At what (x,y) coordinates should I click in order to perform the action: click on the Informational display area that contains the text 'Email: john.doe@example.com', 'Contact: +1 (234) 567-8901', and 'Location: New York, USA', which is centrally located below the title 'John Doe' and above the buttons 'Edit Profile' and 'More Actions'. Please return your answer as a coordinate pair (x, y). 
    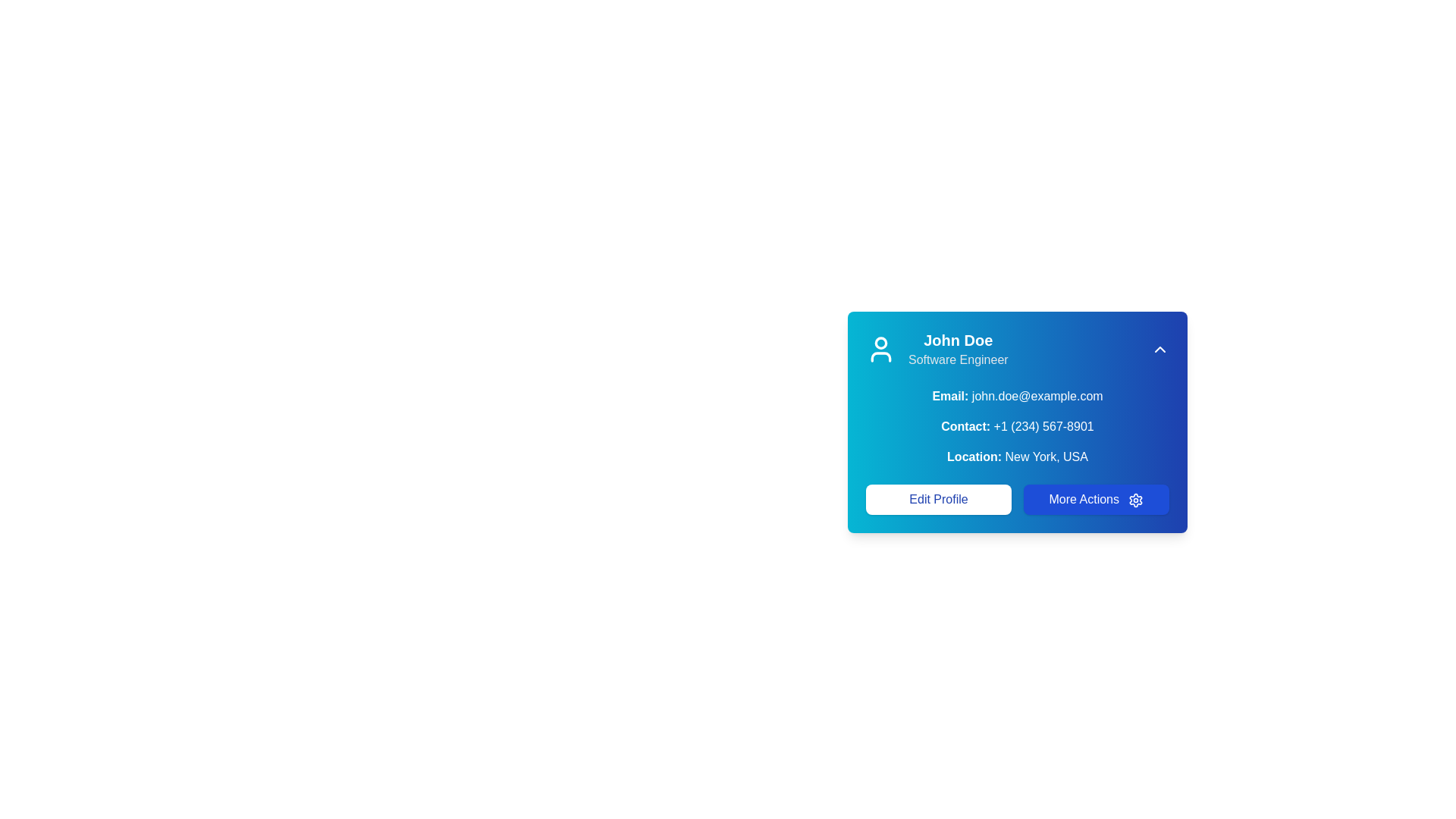
    Looking at the image, I should click on (1018, 427).